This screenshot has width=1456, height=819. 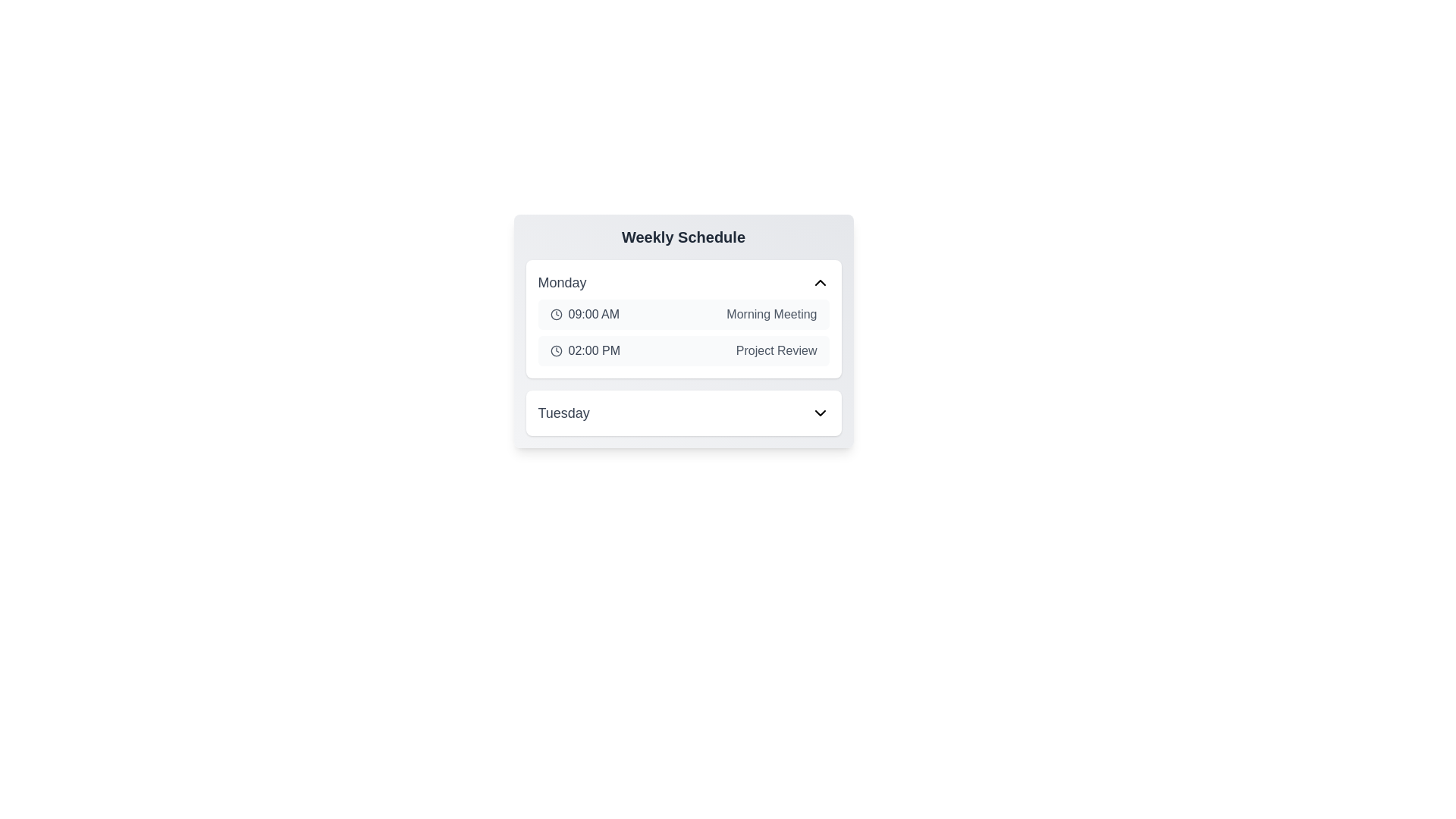 I want to click on the label displaying 'Project Review' located to the right of the '02:00 PM' timestamp in the 'Monday' section of the 'Weekly Schedule' card, so click(x=777, y=350).